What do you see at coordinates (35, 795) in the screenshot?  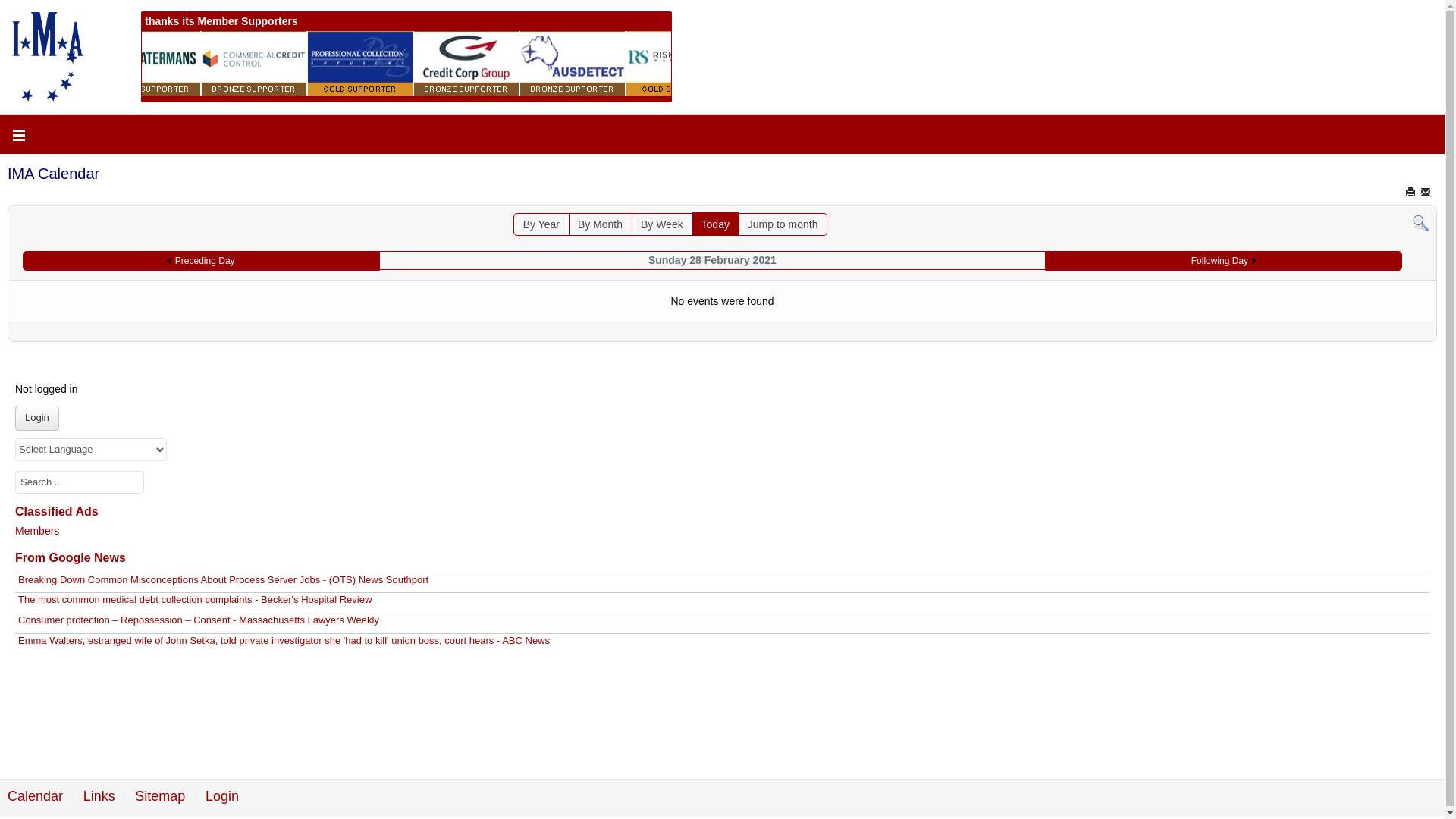 I see `'Calendar'` at bounding box center [35, 795].